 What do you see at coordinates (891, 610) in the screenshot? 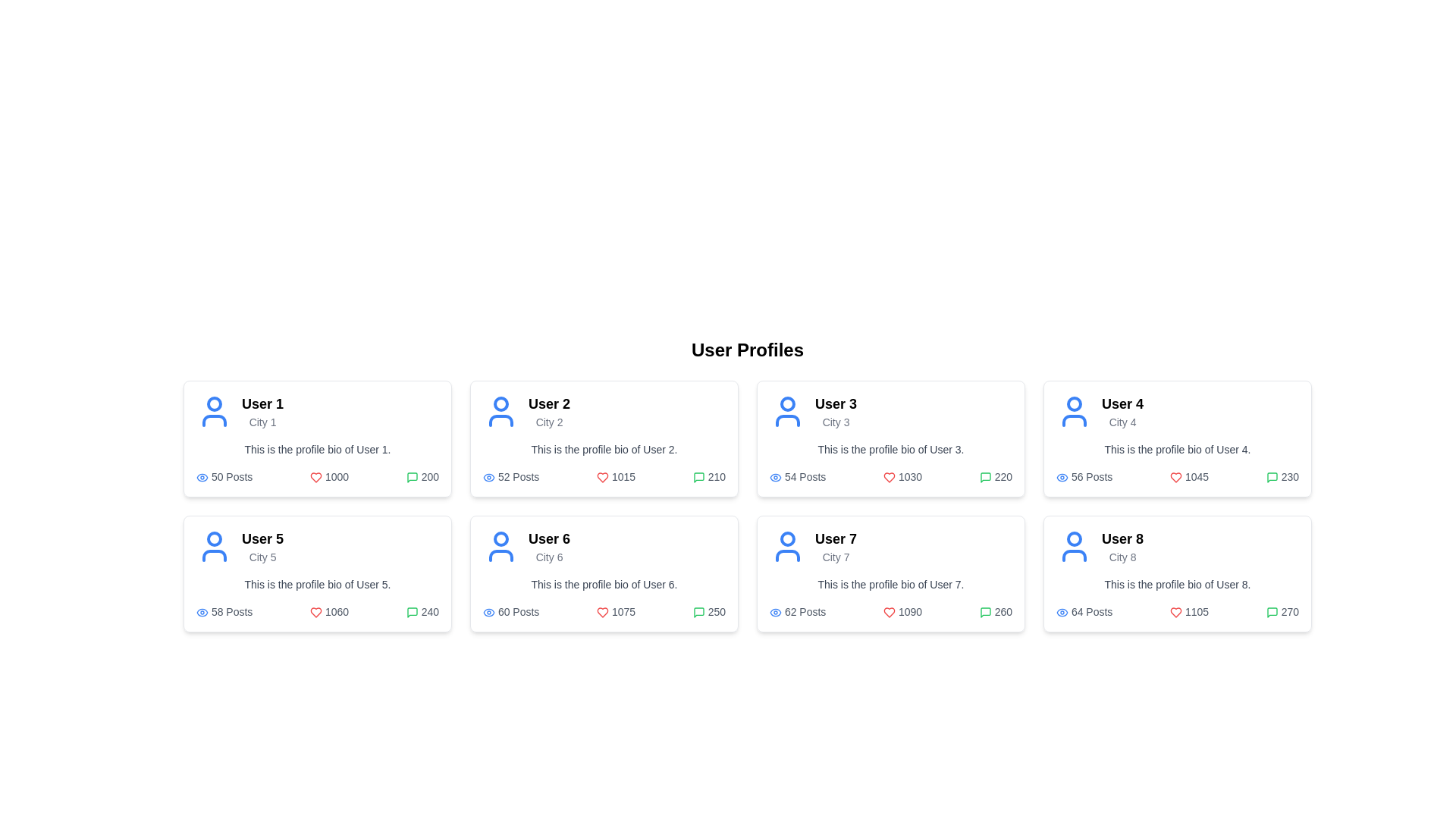
I see `the Information display row (text with icons) located at the bottom of the card for 'User 7', positioned below the user's bio text, in the second row of cards, third from the left` at bounding box center [891, 610].